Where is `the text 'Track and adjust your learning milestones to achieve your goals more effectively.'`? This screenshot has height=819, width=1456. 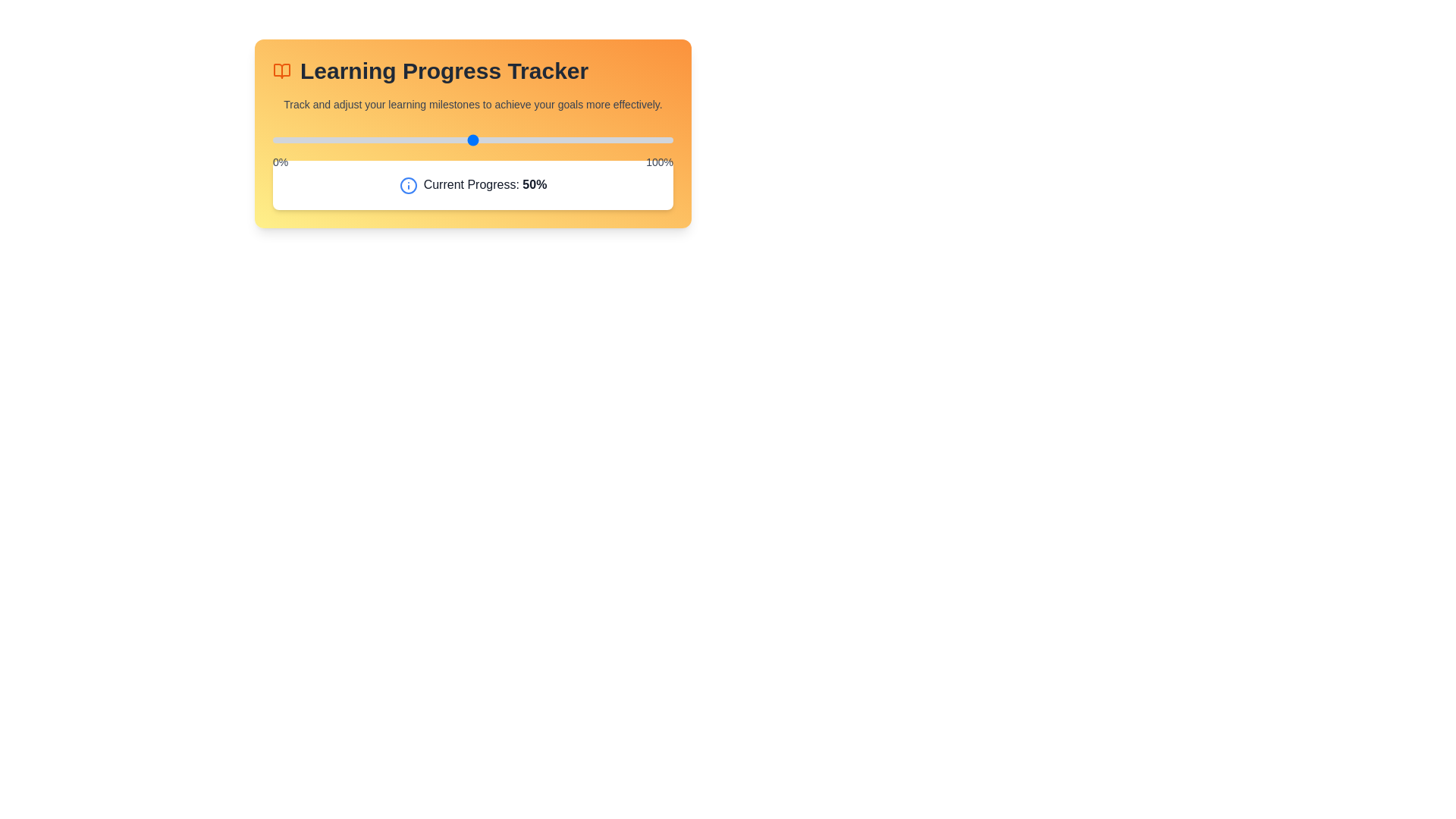 the text 'Track and adjust your learning milestones to achieve your goals more effectively.' is located at coordinates (273, 96).